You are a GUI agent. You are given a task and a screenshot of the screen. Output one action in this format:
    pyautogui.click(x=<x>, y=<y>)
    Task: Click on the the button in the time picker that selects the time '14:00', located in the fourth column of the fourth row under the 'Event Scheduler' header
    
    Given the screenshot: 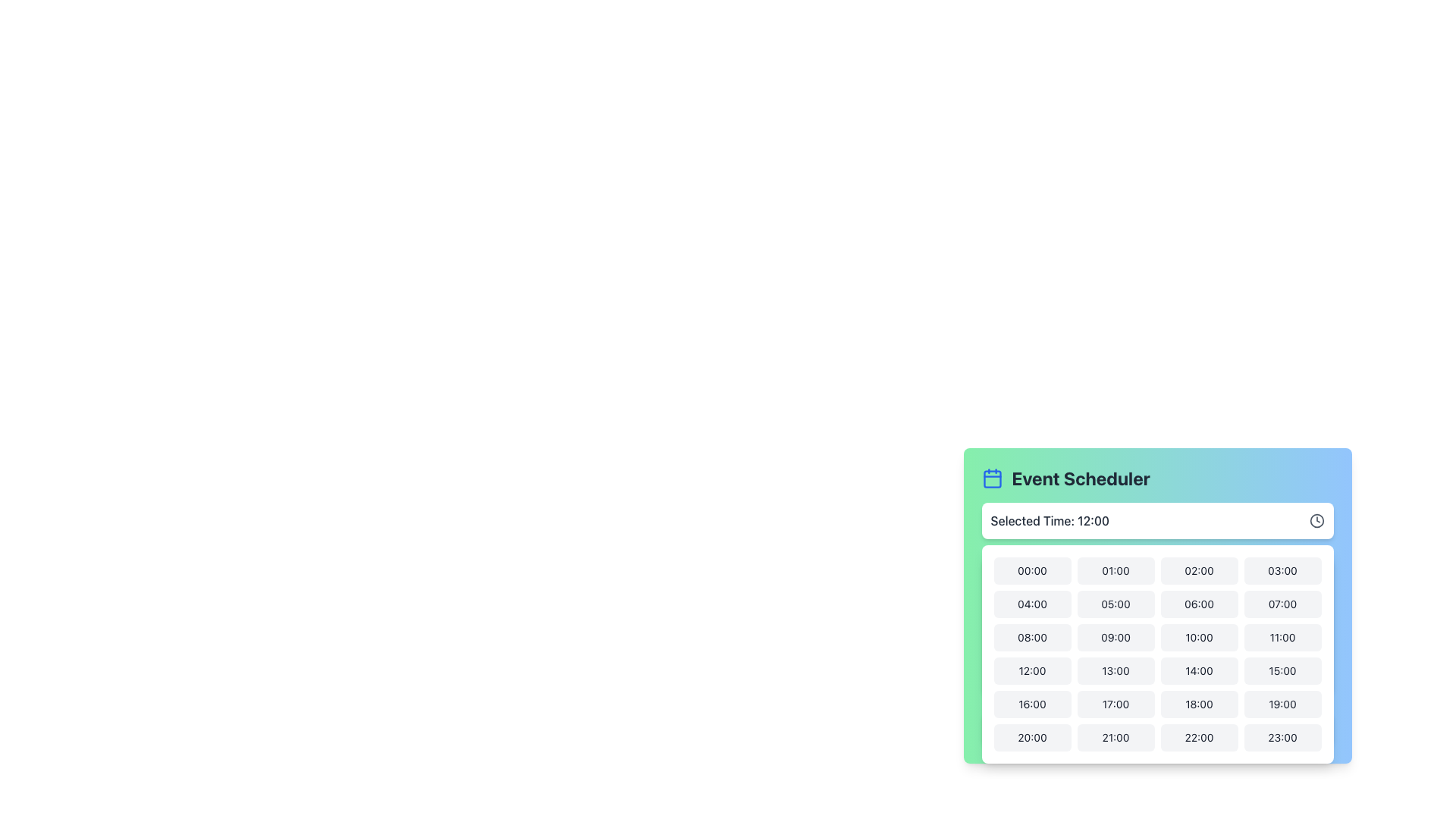 What is the action you would take?
    pyautogui.click(x=1198, y=670)
    